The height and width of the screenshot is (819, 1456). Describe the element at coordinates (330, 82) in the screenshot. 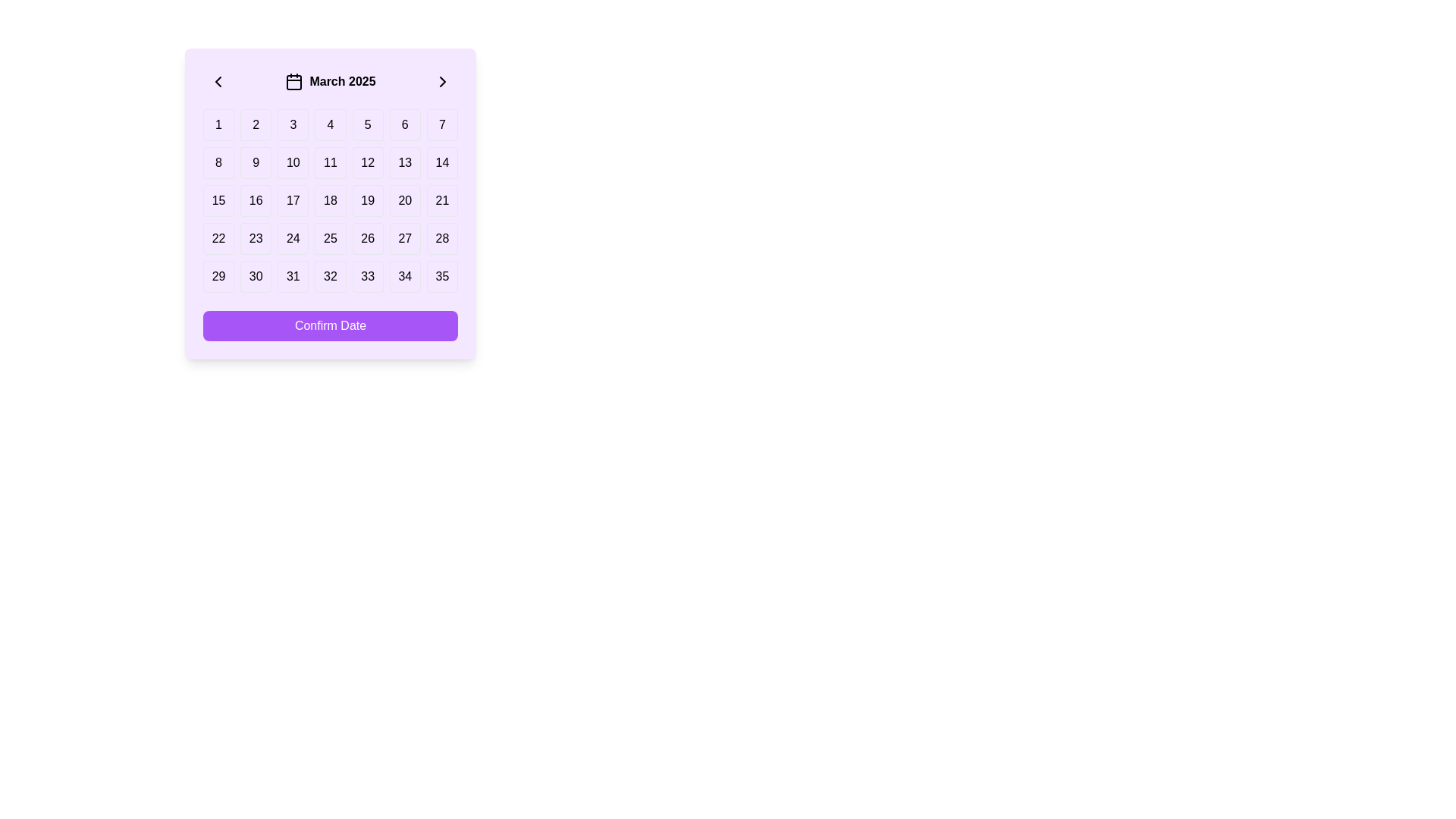

I see `the header section of the date picker component displaying March 2025` at that location.